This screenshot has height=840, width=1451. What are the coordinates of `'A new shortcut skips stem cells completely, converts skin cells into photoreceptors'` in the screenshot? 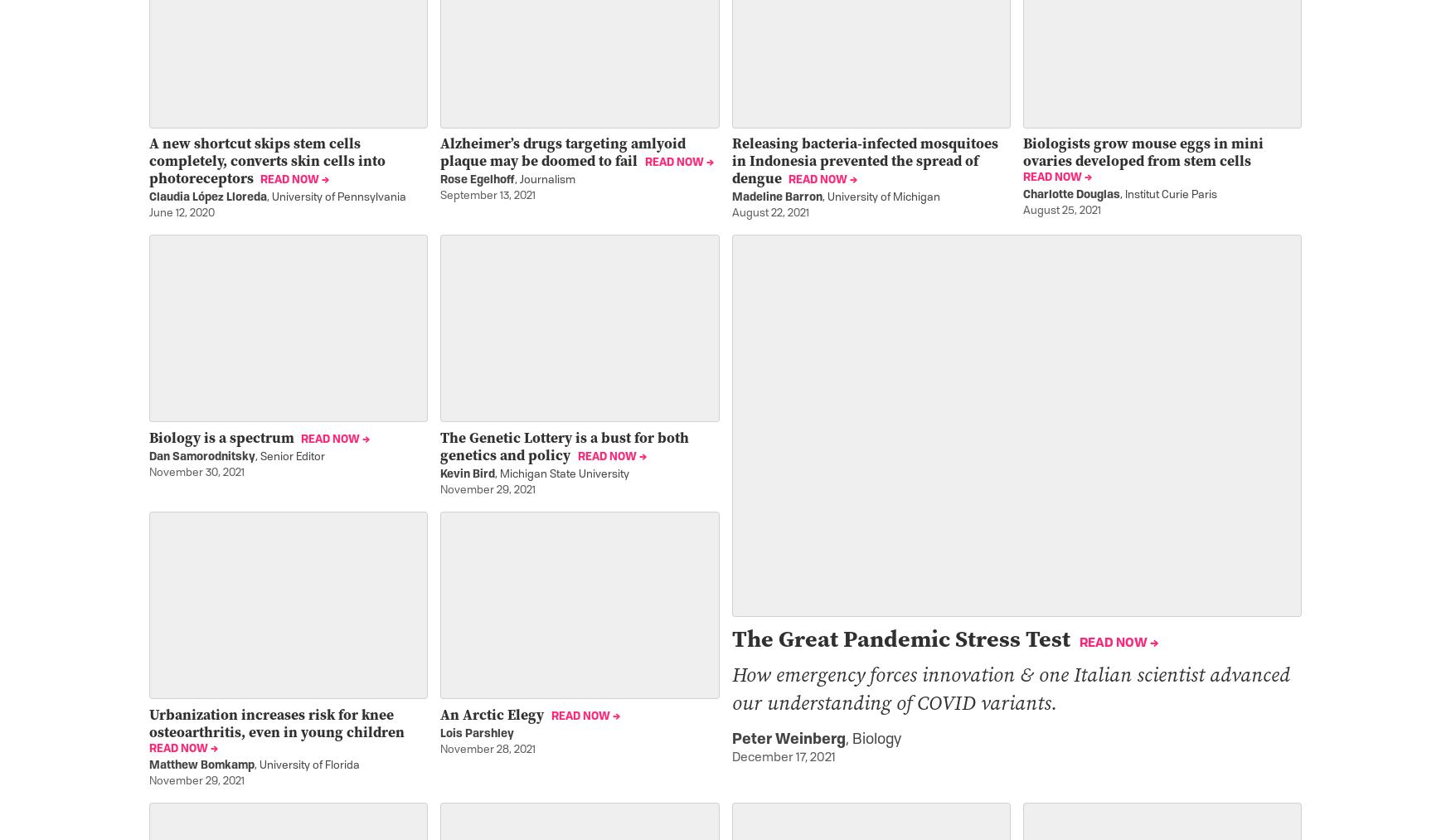 It's located at (267, 160).